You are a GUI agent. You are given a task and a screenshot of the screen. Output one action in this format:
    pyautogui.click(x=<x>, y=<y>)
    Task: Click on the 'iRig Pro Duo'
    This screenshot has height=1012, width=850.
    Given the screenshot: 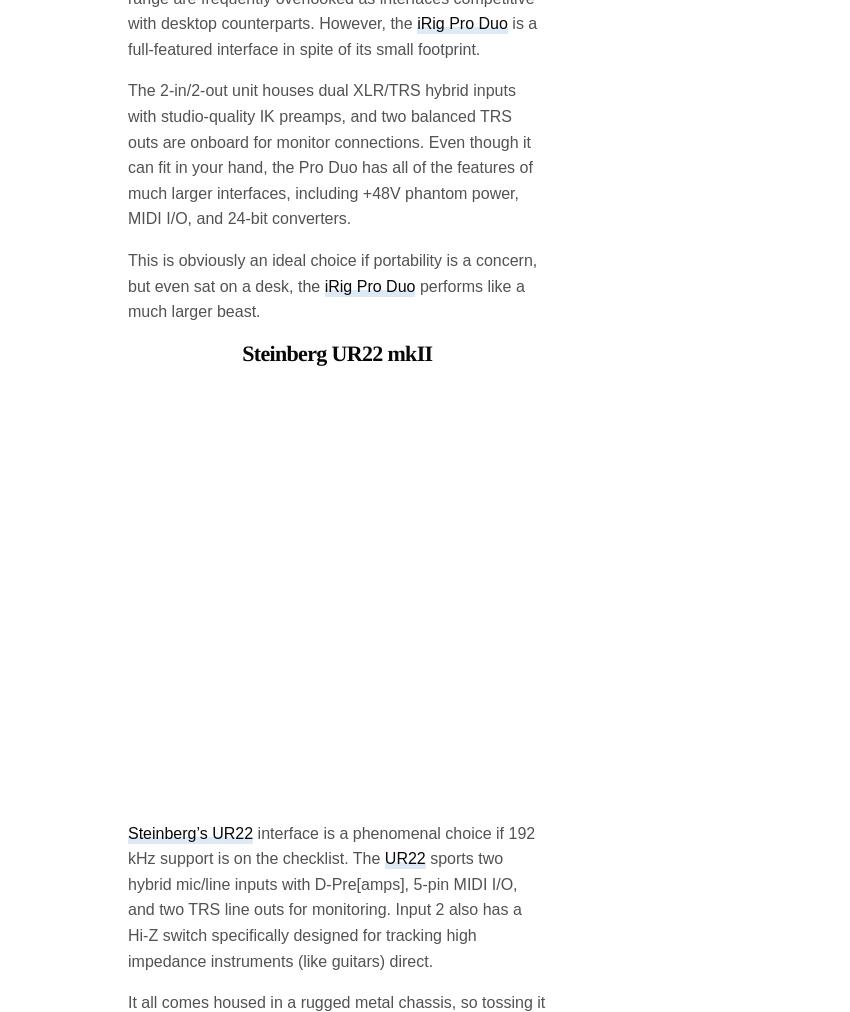 What is the action you would take?
    pyautogui.click(x=368, y=123)
    